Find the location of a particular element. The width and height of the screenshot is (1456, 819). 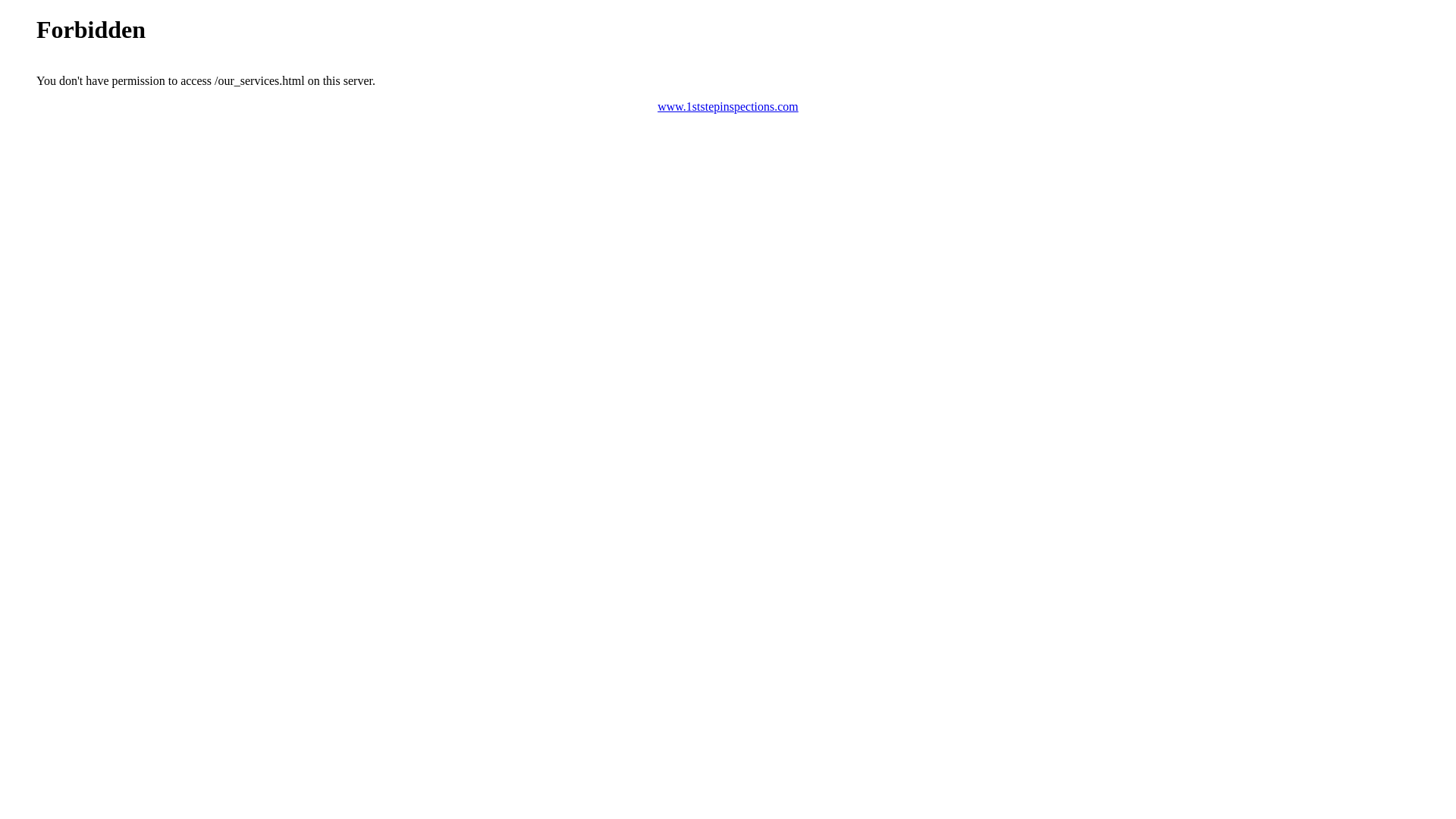

'www.1ststepinspections.com' is located at coordinates (657, 105).